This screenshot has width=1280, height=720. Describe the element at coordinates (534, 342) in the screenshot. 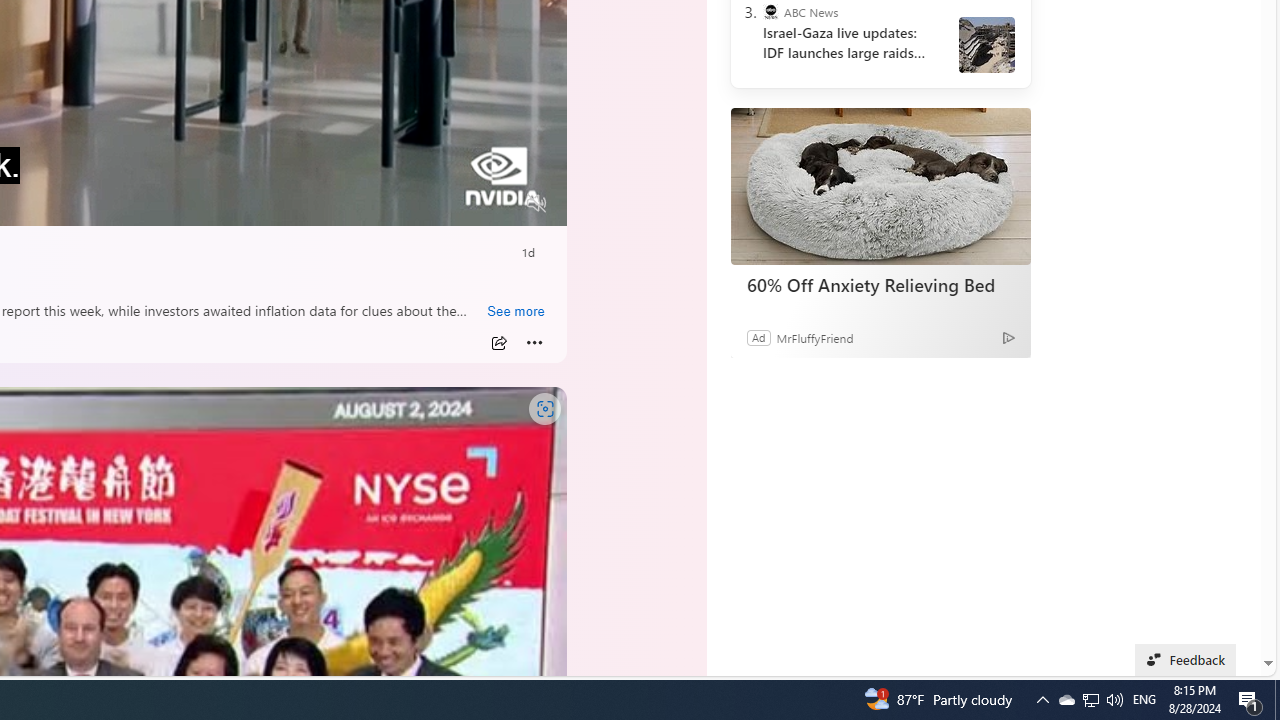

I see `'More'` at that location.